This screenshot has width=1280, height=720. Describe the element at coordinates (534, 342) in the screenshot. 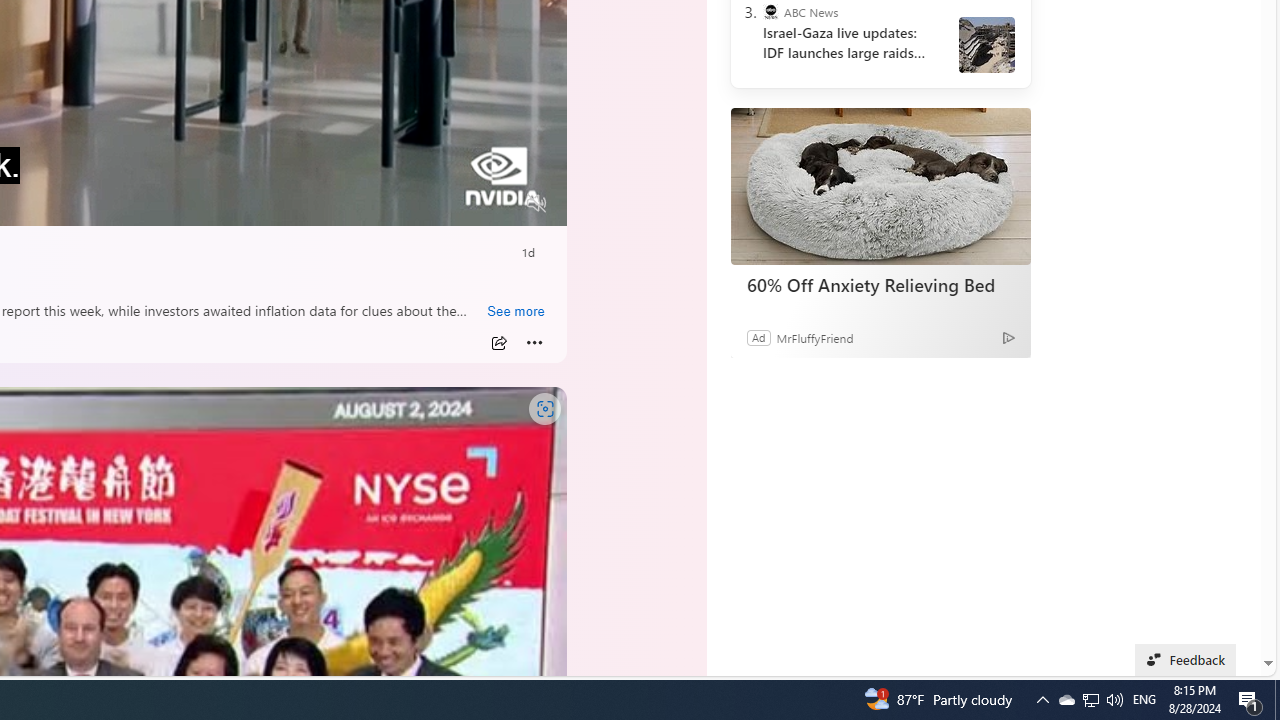

I see `'More'` at that location.